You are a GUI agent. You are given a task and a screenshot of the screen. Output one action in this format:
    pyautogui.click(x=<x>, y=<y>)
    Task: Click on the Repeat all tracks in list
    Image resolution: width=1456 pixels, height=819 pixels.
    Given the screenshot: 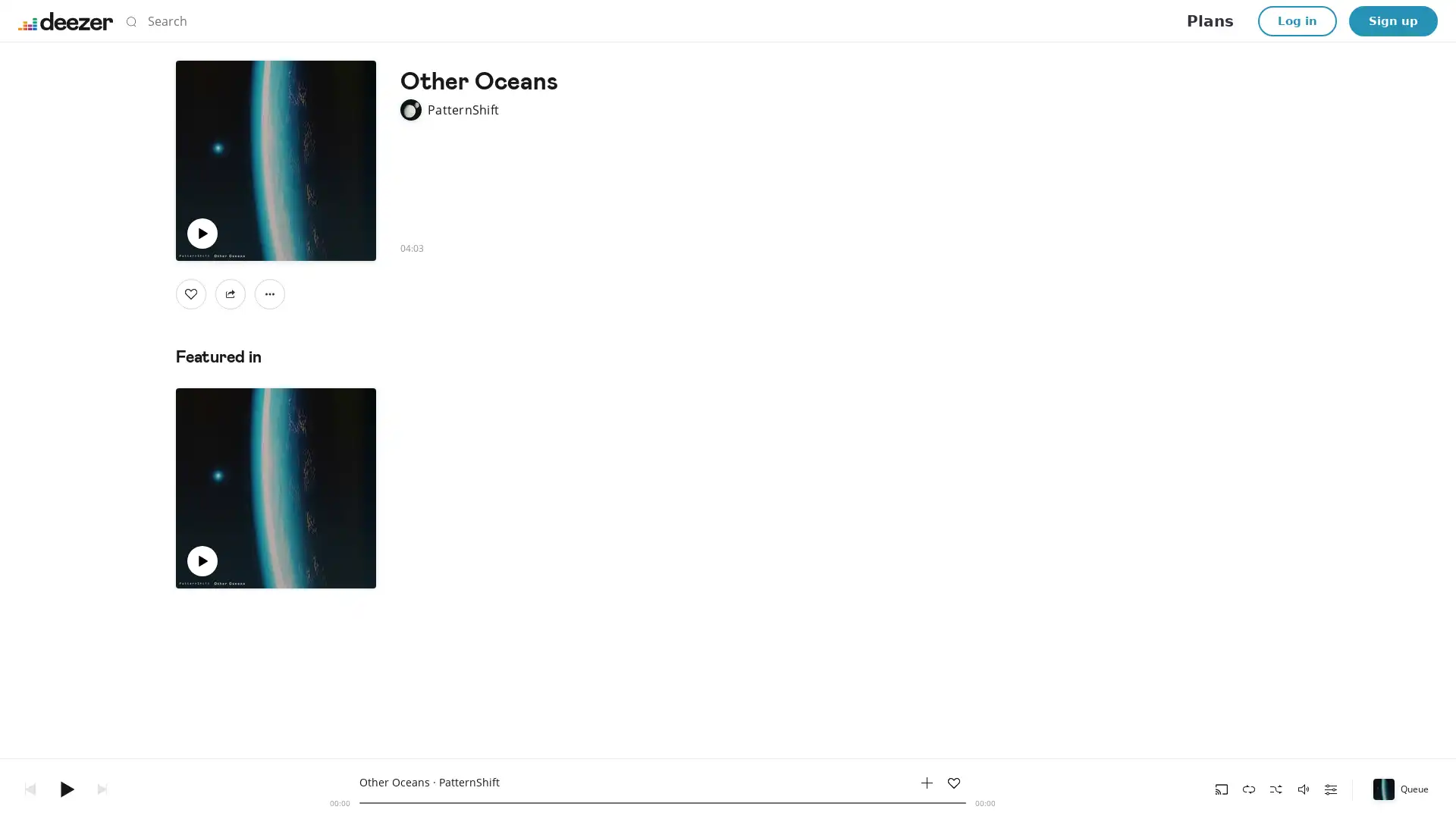 What is the action you would take?
    pyautogui.click(x=1248, y=788)
    